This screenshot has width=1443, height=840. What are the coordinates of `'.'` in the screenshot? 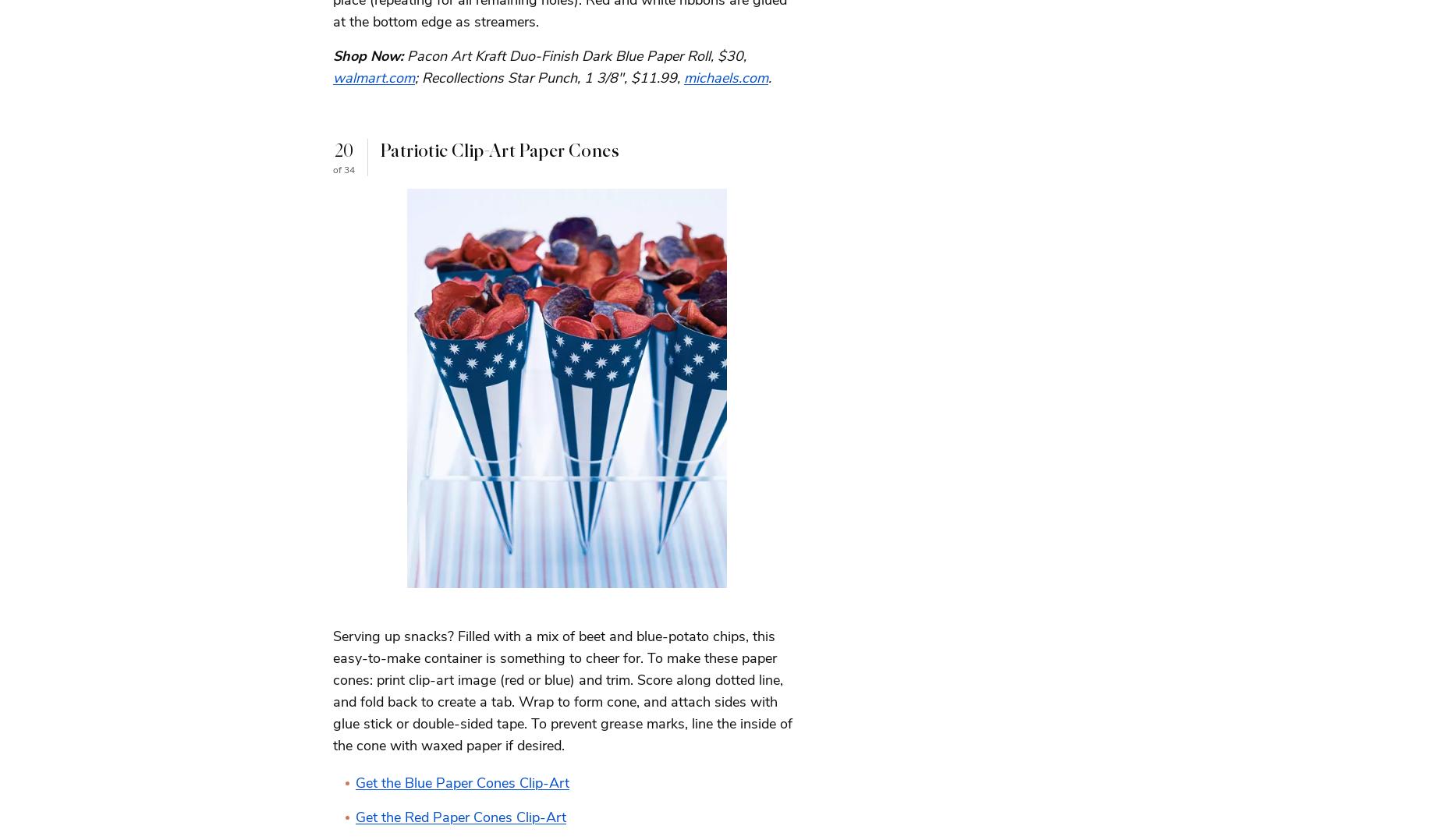 It's located at (768, 76).